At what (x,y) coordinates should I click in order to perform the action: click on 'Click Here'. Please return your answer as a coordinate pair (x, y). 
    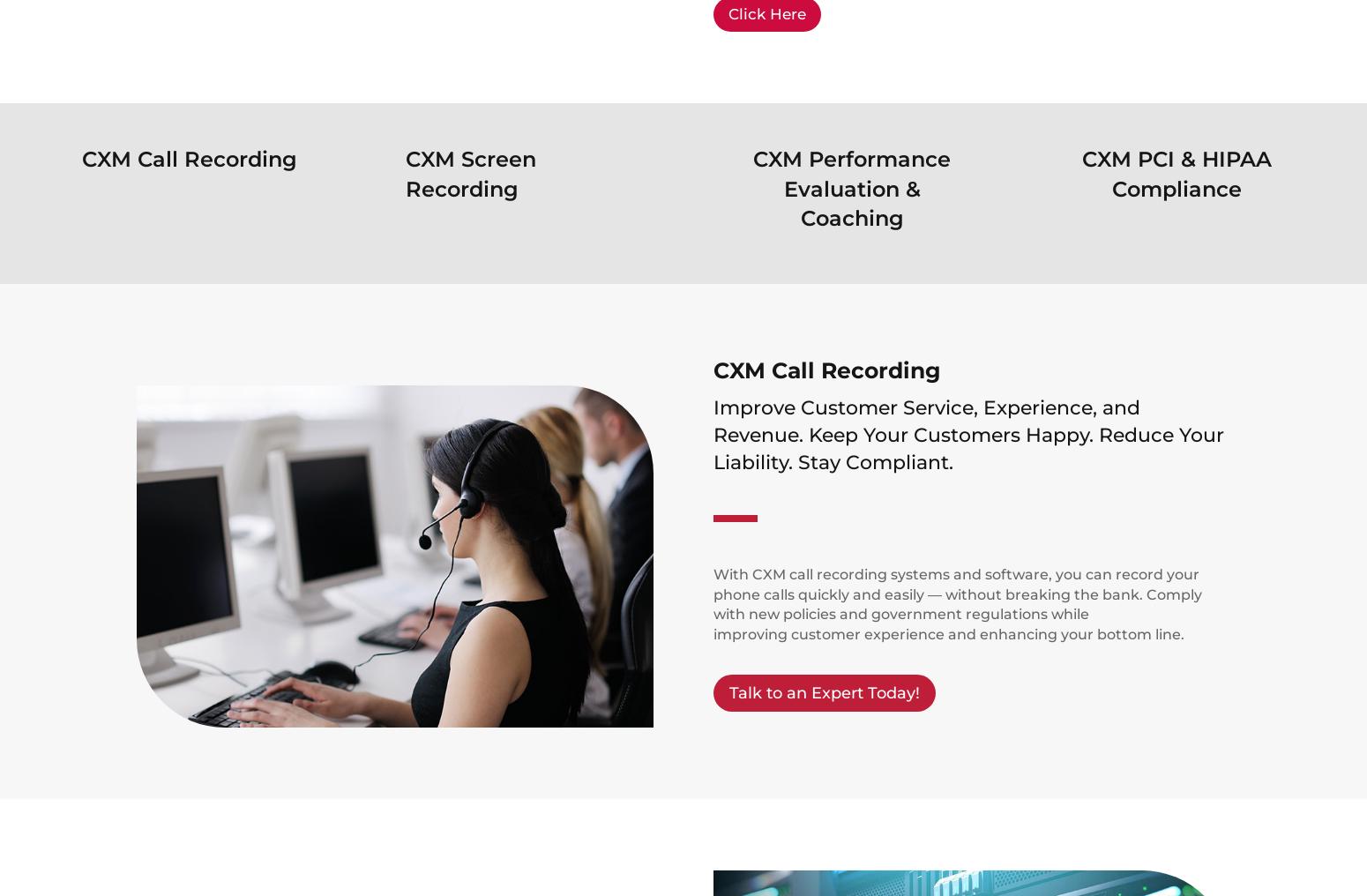
    Looking at the image, I should click on (767, 12).